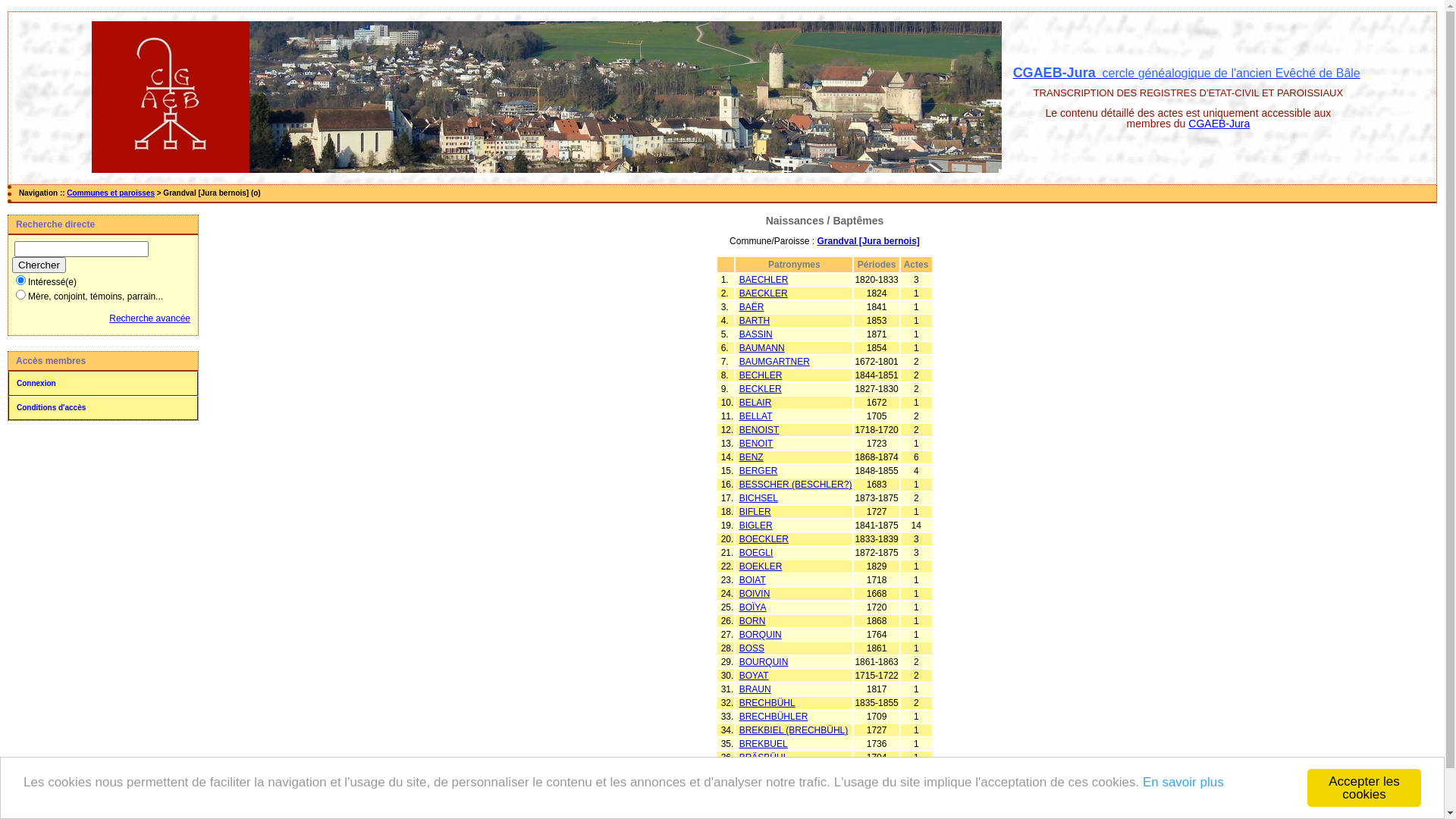 Image resolution: width=1456 pixels, height=819 pixels. What do you see at coordinates (1182, 782) in the screenshot?
I see `'En savoir plus'` at bounding box center [1182, 782].